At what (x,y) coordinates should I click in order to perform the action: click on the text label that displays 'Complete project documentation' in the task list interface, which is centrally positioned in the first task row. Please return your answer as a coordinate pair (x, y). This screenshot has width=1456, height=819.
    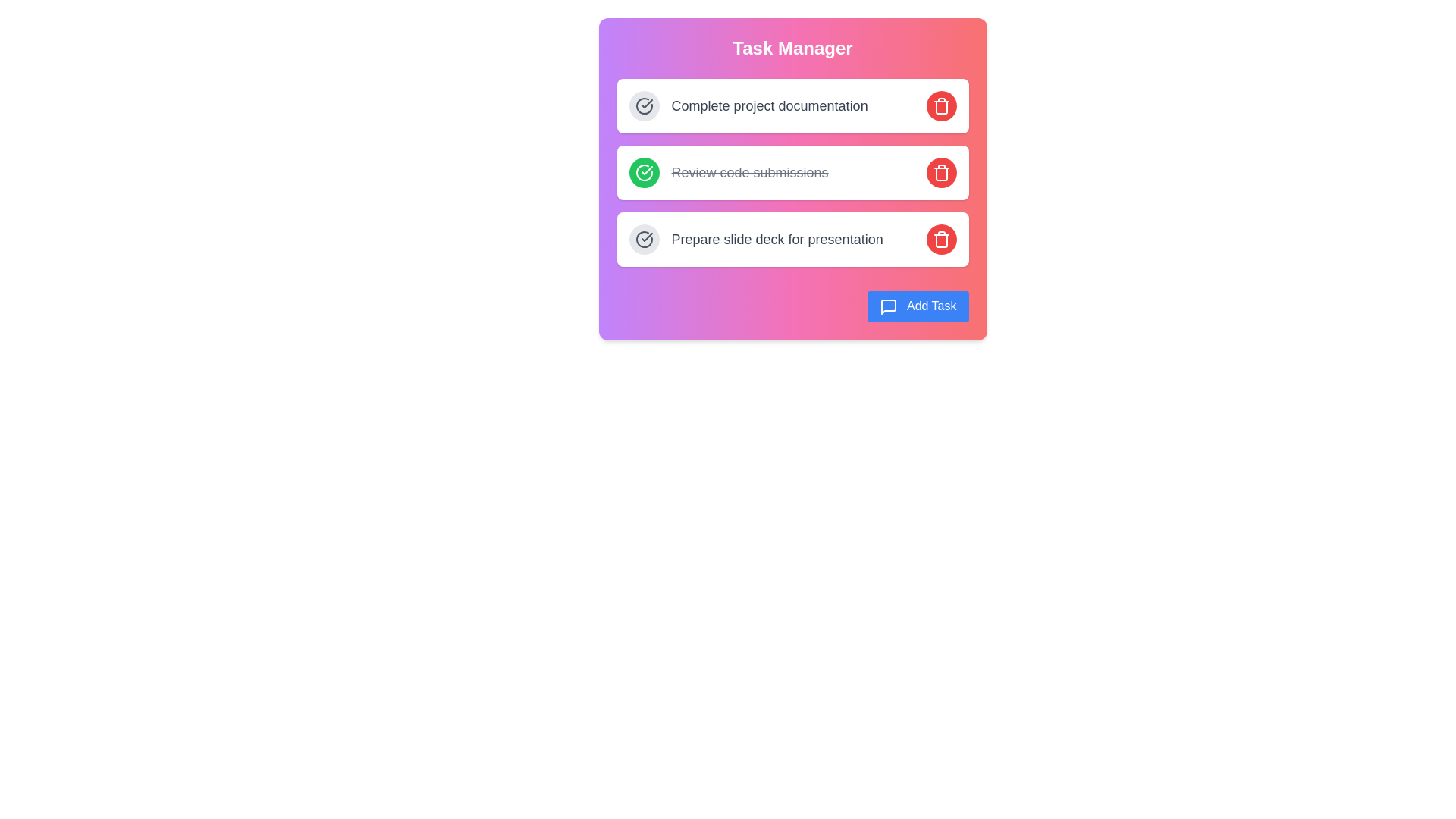
    Looking at the image, I should click on (770, 105).